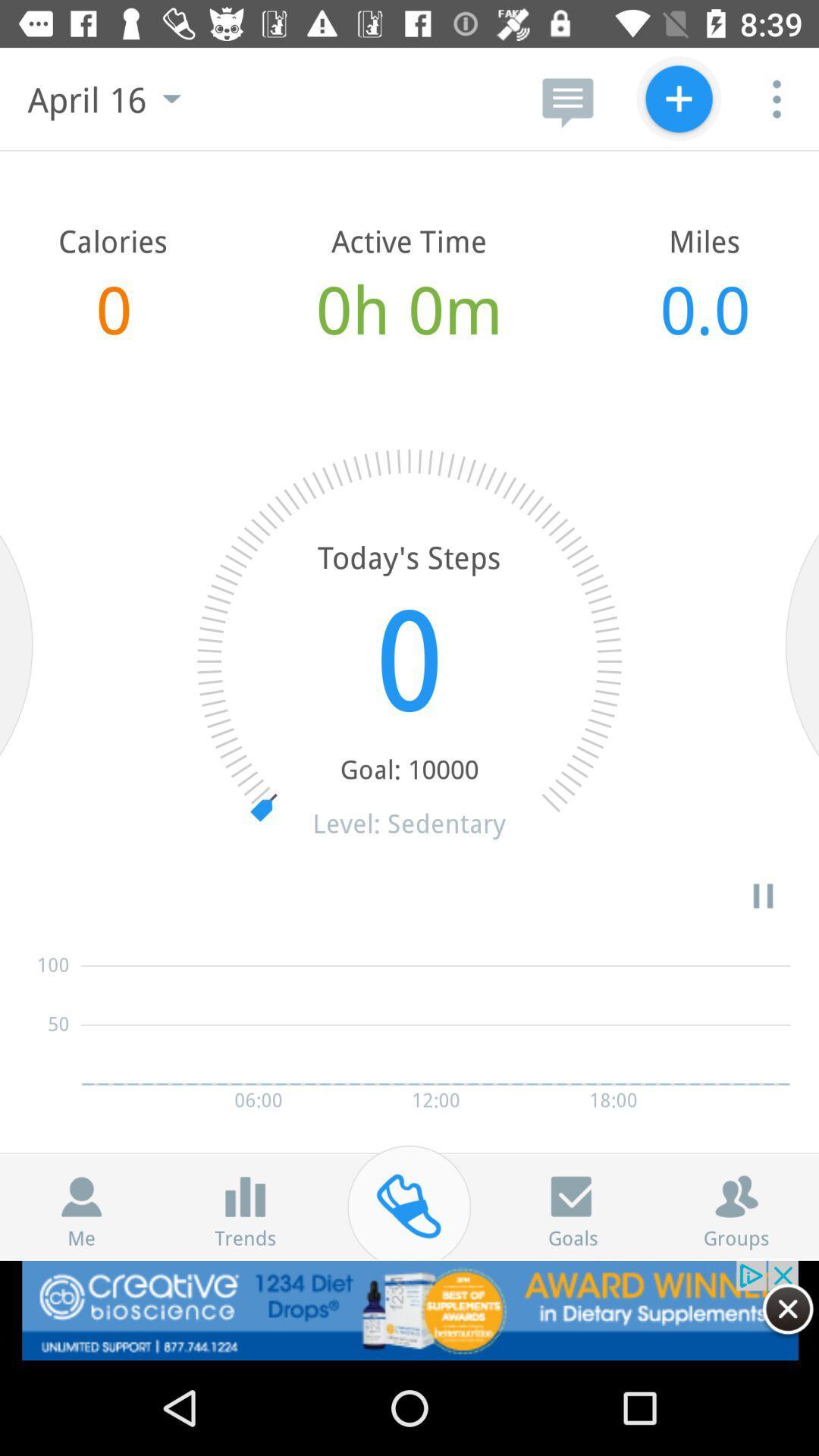  What do you see at coordinates (787, 1308) in the screenshot?
I see `the close icon` at bounding box center [787, 1308].